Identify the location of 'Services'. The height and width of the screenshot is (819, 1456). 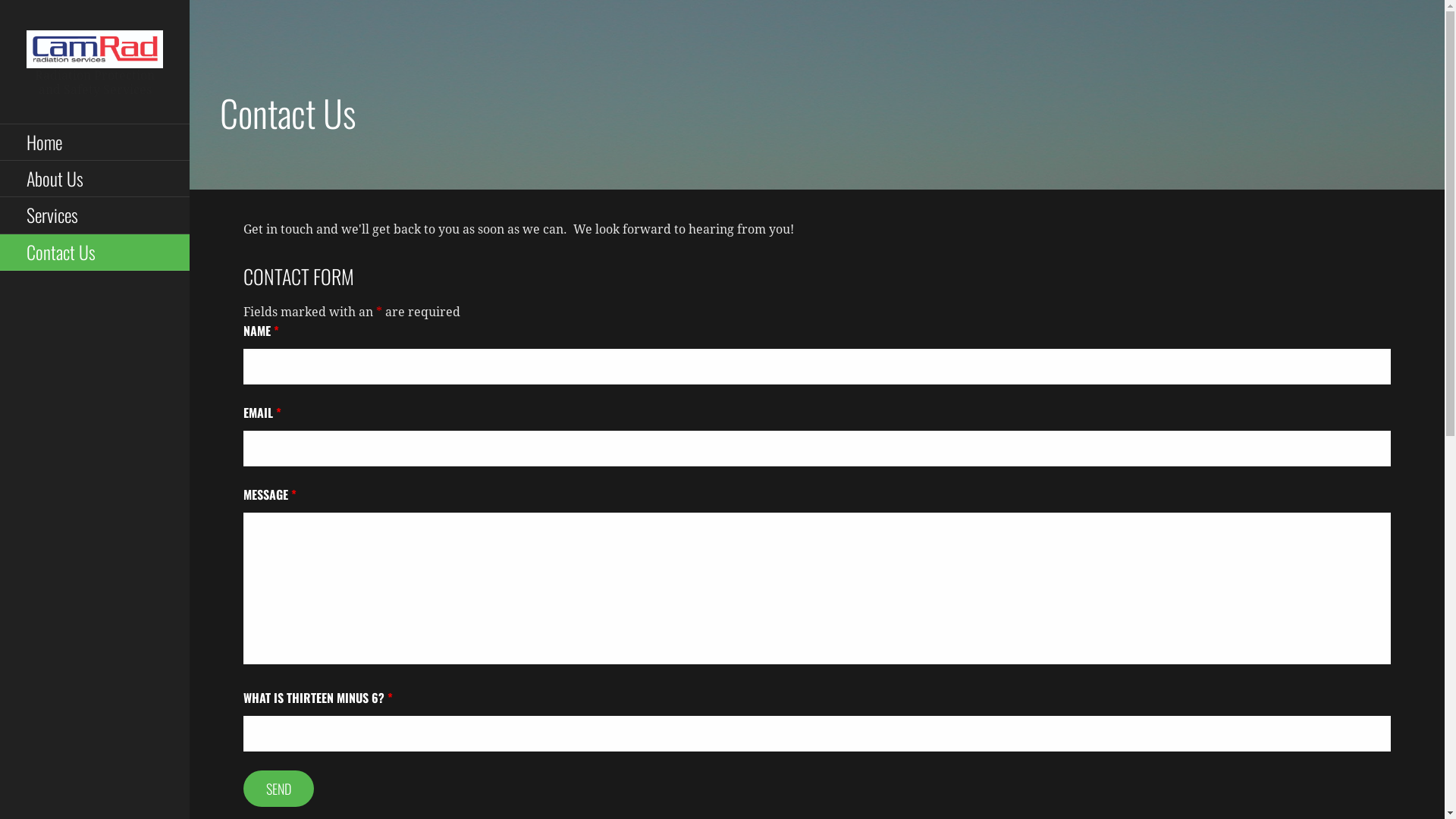
(93, 215).